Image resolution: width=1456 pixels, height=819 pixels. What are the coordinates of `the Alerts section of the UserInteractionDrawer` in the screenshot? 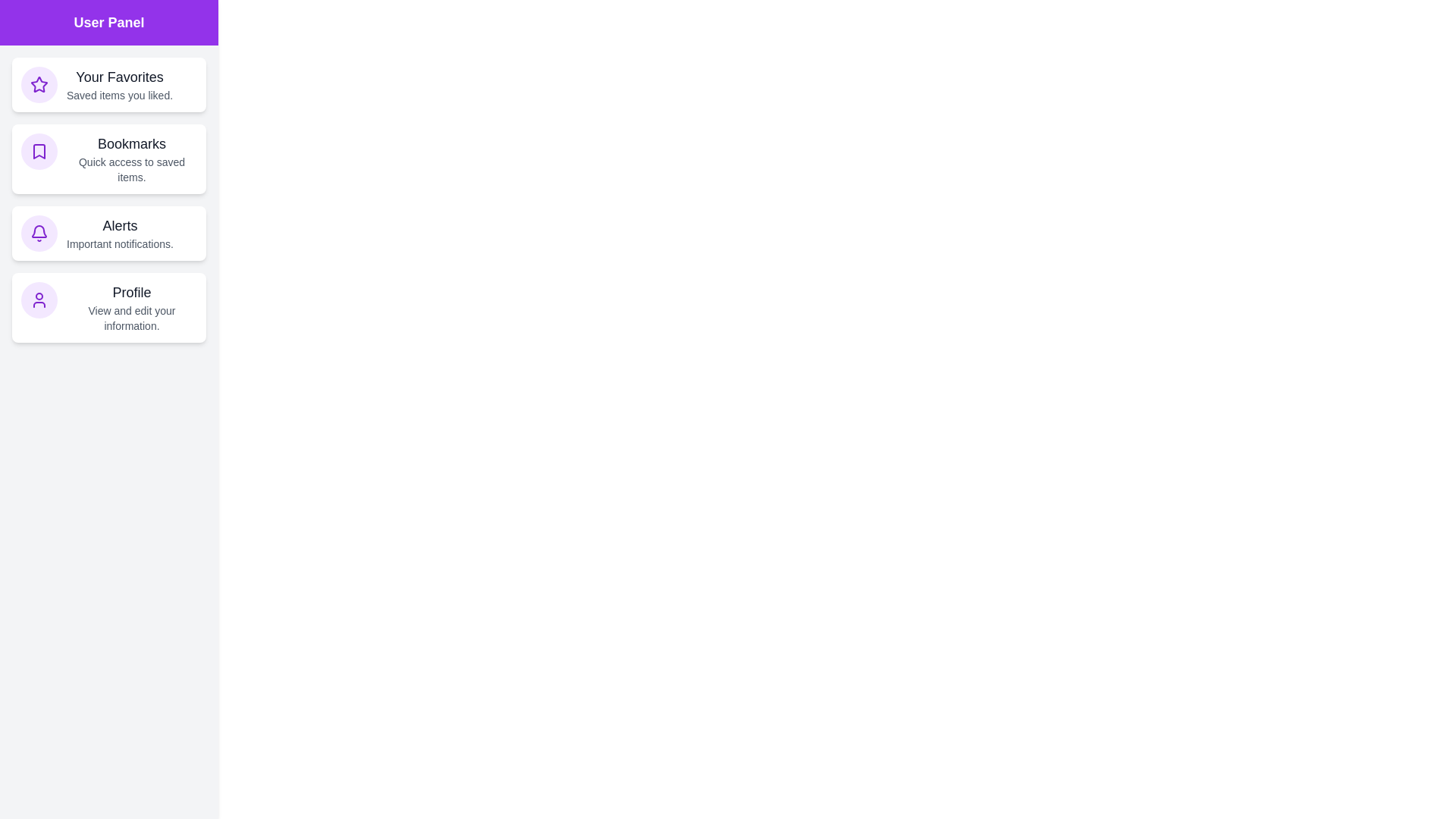 It's located at (108, 234).